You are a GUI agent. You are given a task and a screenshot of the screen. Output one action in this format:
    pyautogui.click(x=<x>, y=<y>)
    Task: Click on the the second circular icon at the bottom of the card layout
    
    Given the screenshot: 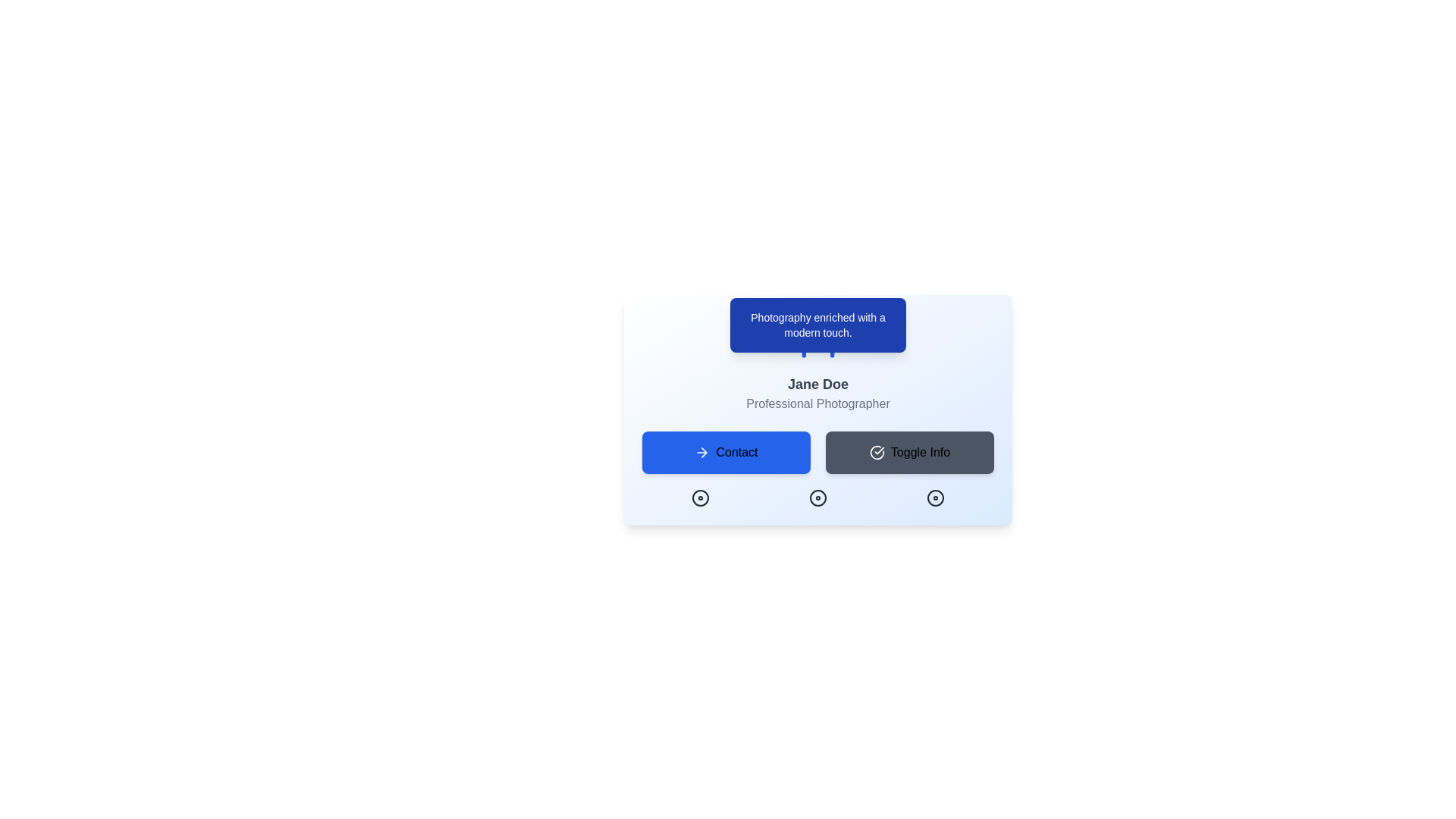 What is the action you would take?
    pyautogui.click(x=817, y=497)
    